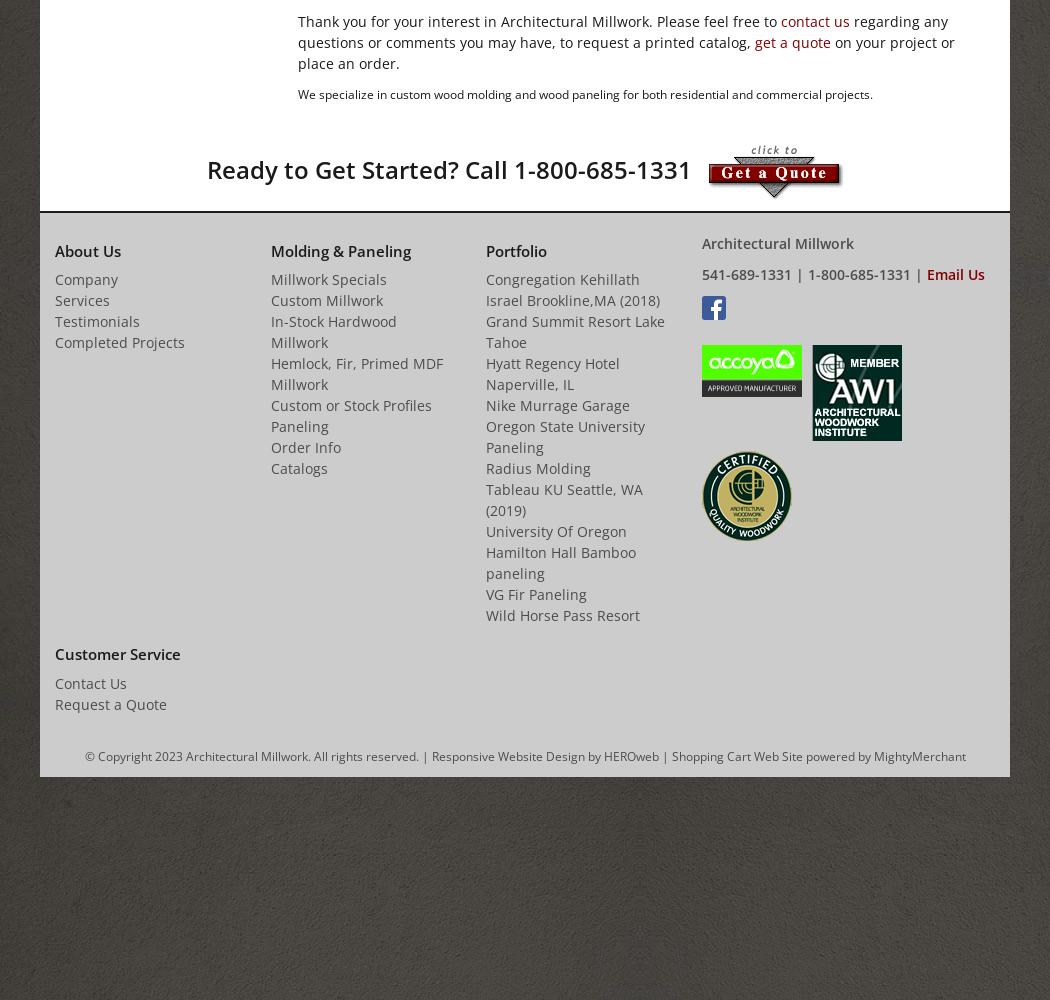 The image size is (1050, 1000). What do you see at coordinates (86, 279) in the screenshot?
I see `'Company'` at bounding box center [86, 279].